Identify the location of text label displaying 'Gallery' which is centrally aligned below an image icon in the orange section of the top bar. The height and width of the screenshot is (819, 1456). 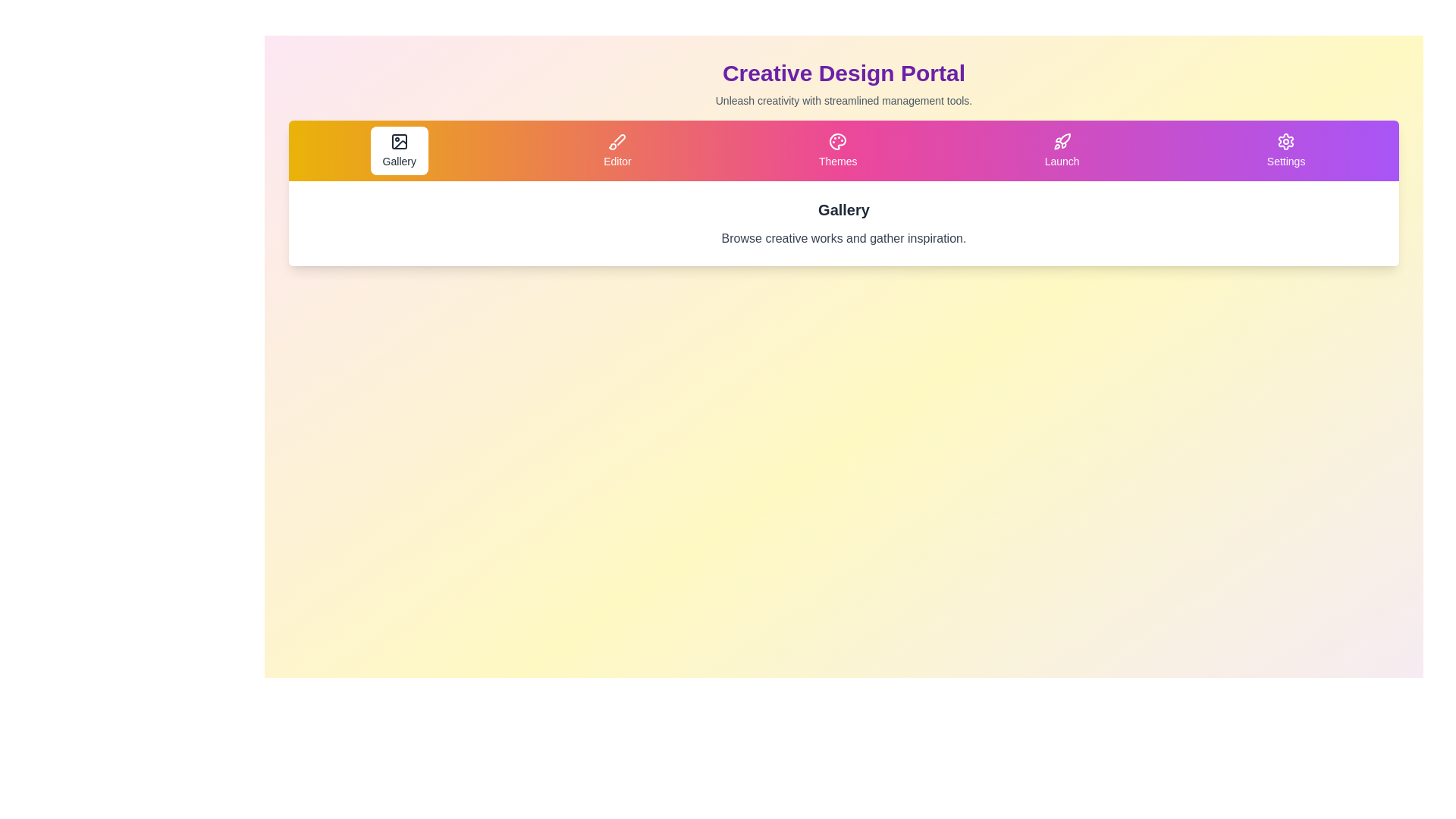
(399, 161).